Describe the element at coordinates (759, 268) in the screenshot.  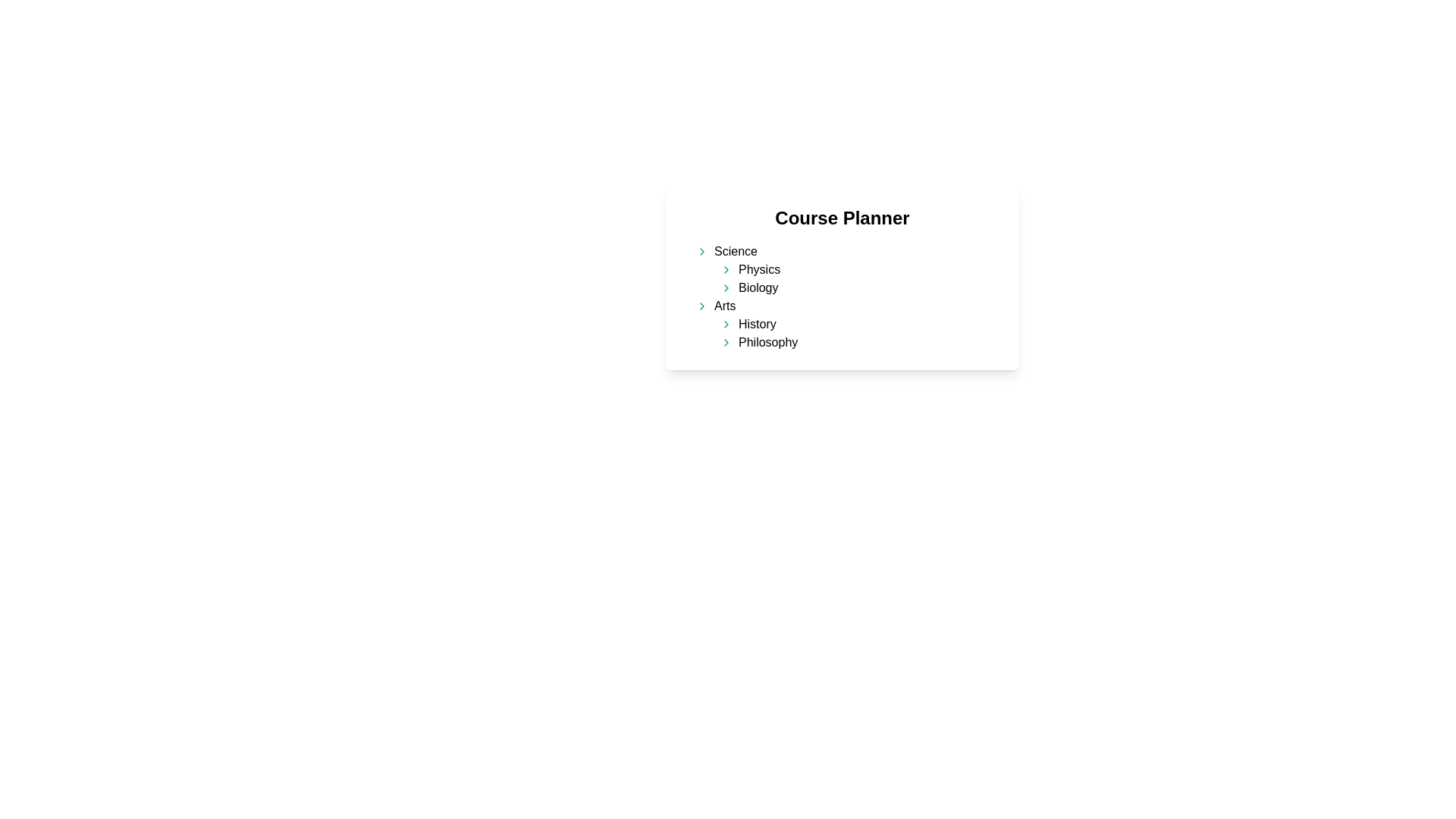
I see `the 'Physics' text label, which is the first sub-item under the 'Science' heading` at that location.